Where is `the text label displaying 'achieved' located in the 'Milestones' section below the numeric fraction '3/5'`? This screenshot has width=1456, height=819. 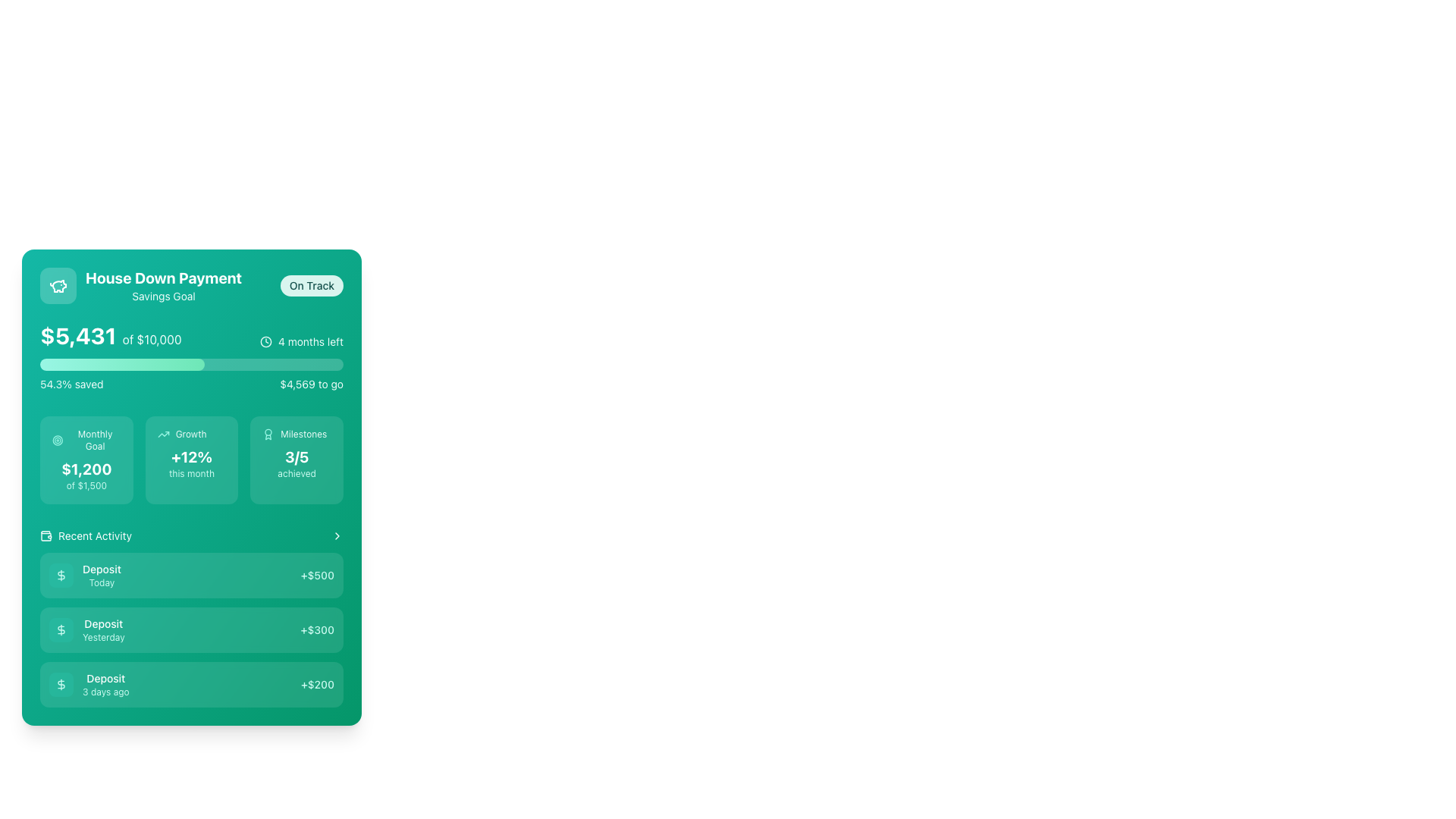 the text label displaying 'achieved' located in the 'Milestones' section below the numeric fraction '3/5' is located at coordinates (297, 472).